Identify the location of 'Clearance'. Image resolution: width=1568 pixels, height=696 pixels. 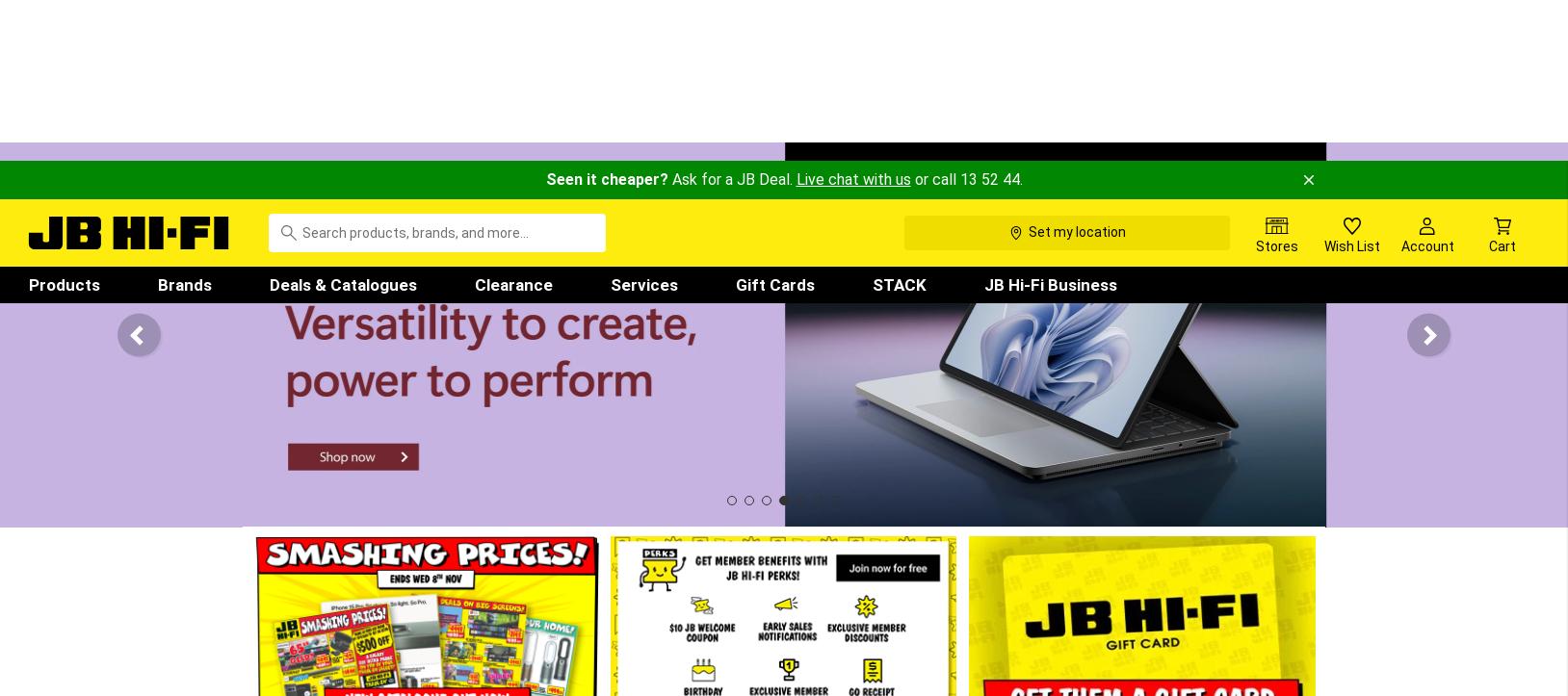
(512, 121).